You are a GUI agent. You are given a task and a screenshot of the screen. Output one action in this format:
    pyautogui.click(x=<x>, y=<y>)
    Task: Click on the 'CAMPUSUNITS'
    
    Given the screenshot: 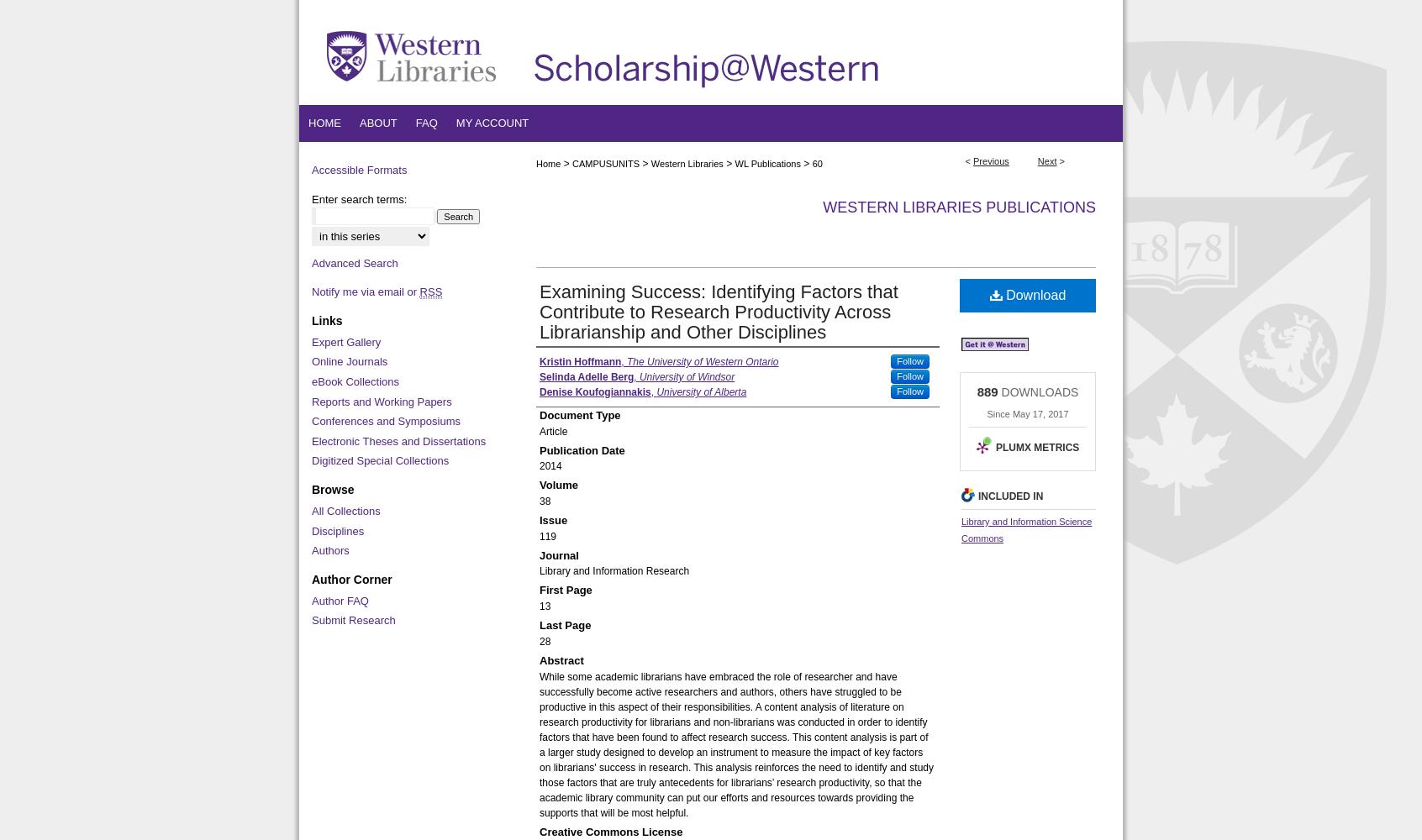 What is the action you would take?
    pyautogui.click(x=572, y=163)
    